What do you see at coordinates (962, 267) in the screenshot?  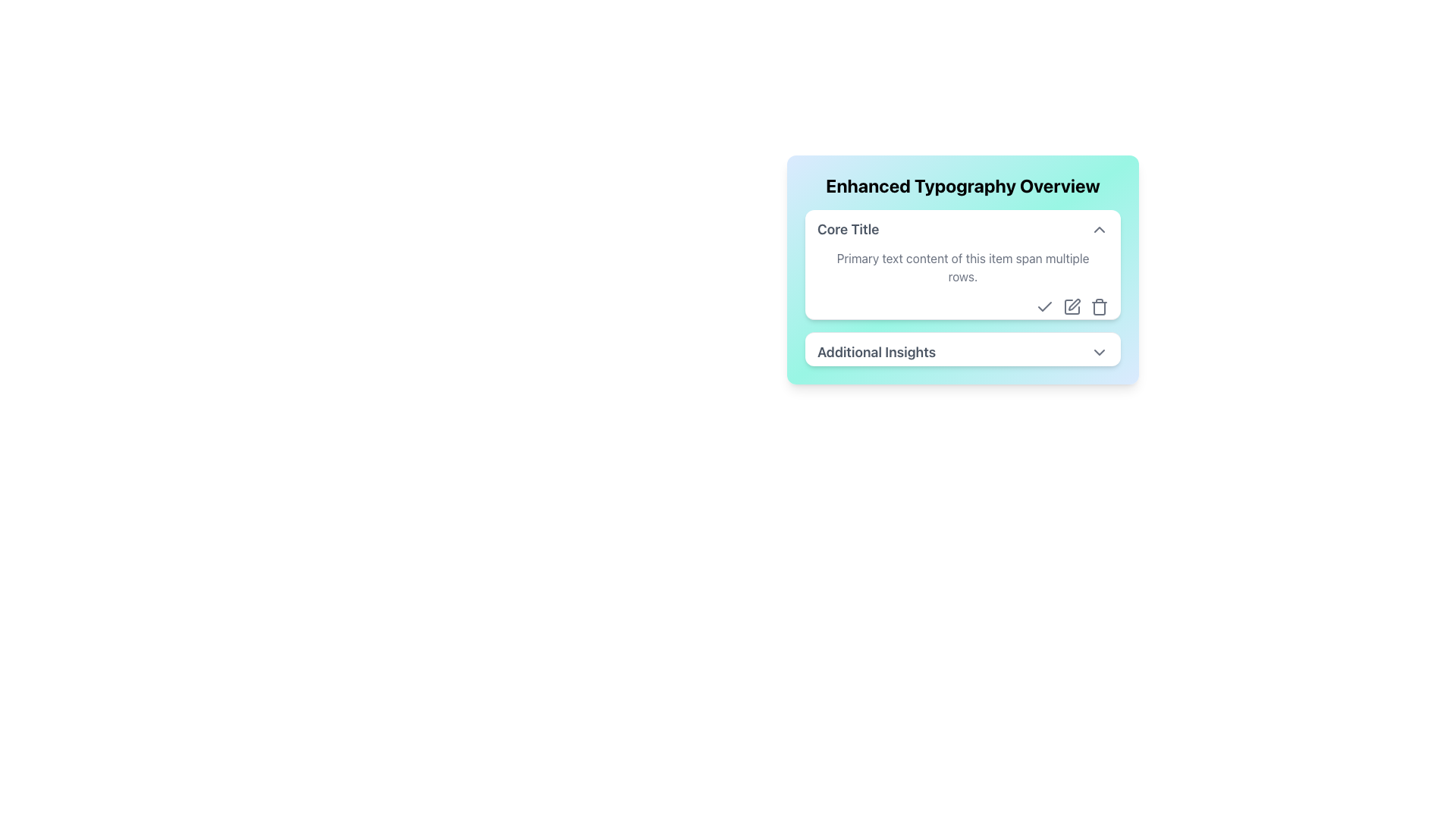 I see `multiline text content displayed in the Text Block styled with a medium-sized serif font located beneath the 'Core Title' header in the 'Enhanced Typography Overview' module` at bounding box center [962, 267].